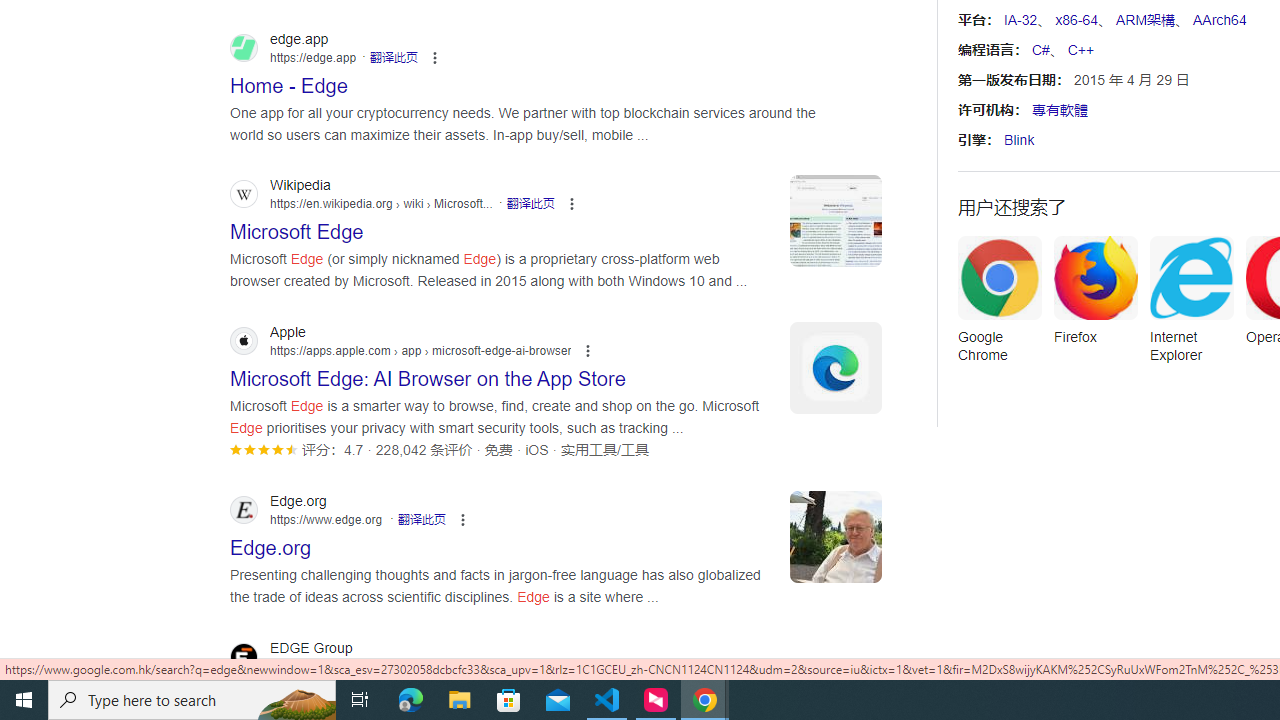  I want to click on 'Firefox', so click(1094, 297).